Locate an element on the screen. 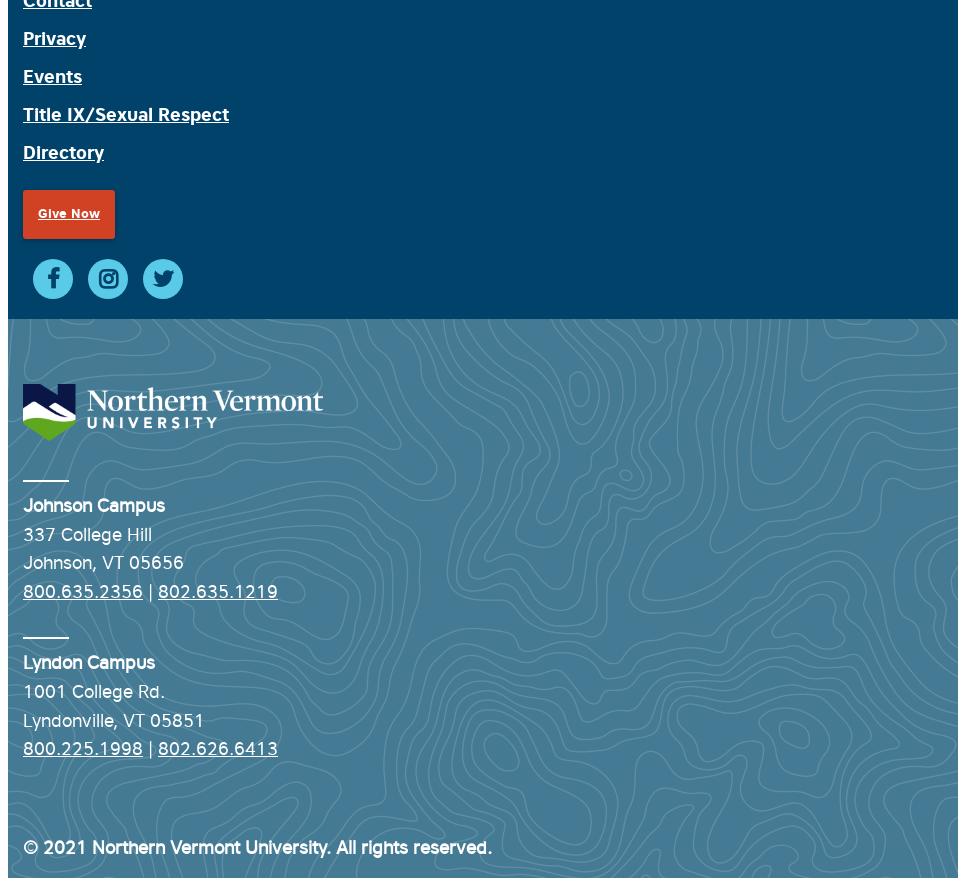 The image size is (980, 884). 'Directory' is located at coordinates (23, 152).